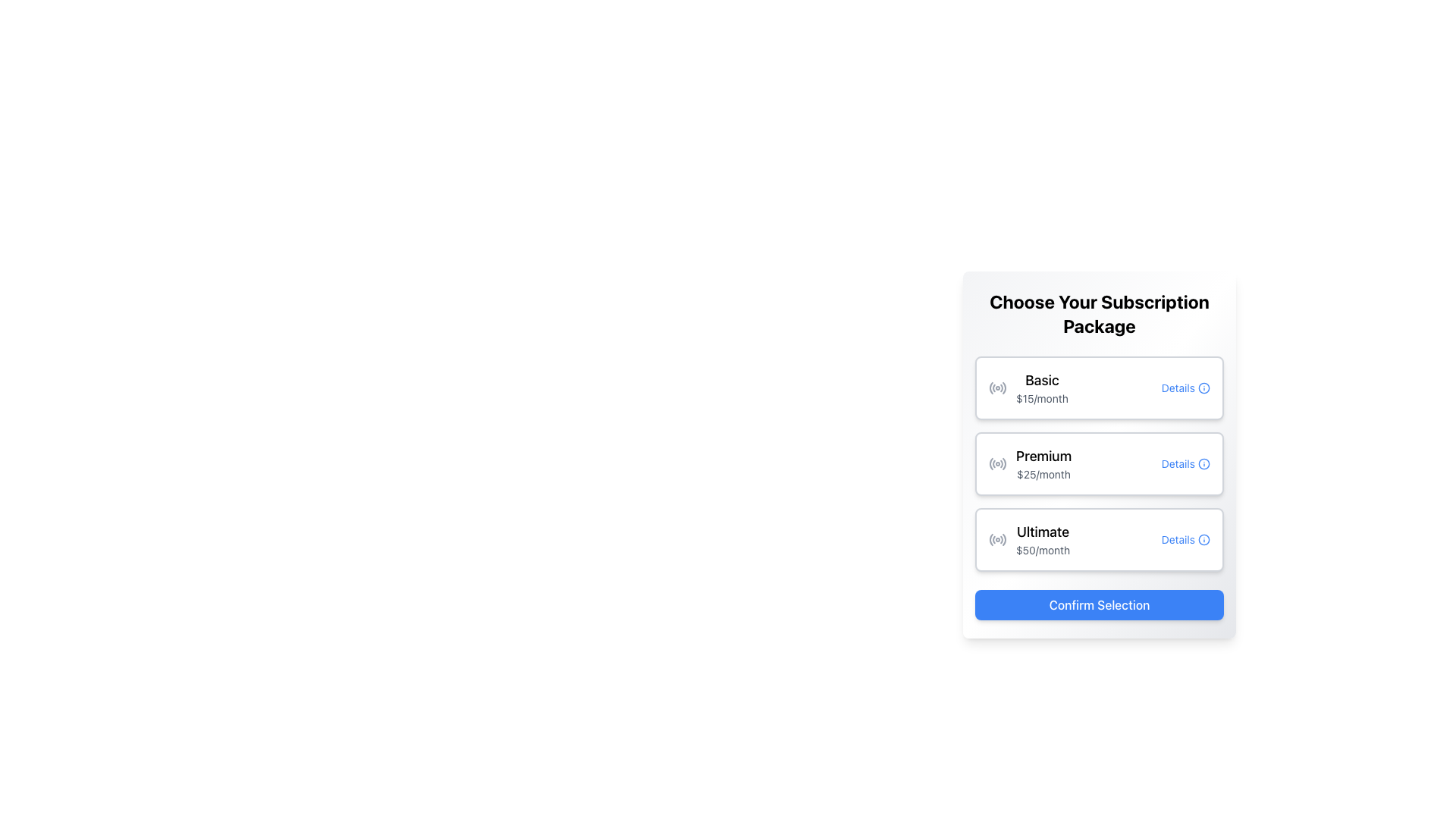  What do you see at coordinates (1203, 463) in the screenshot?
I see `the info icon located to the right of the 'Premium' subscription option within the 'Details' button` at bounding box center [1203, 463].